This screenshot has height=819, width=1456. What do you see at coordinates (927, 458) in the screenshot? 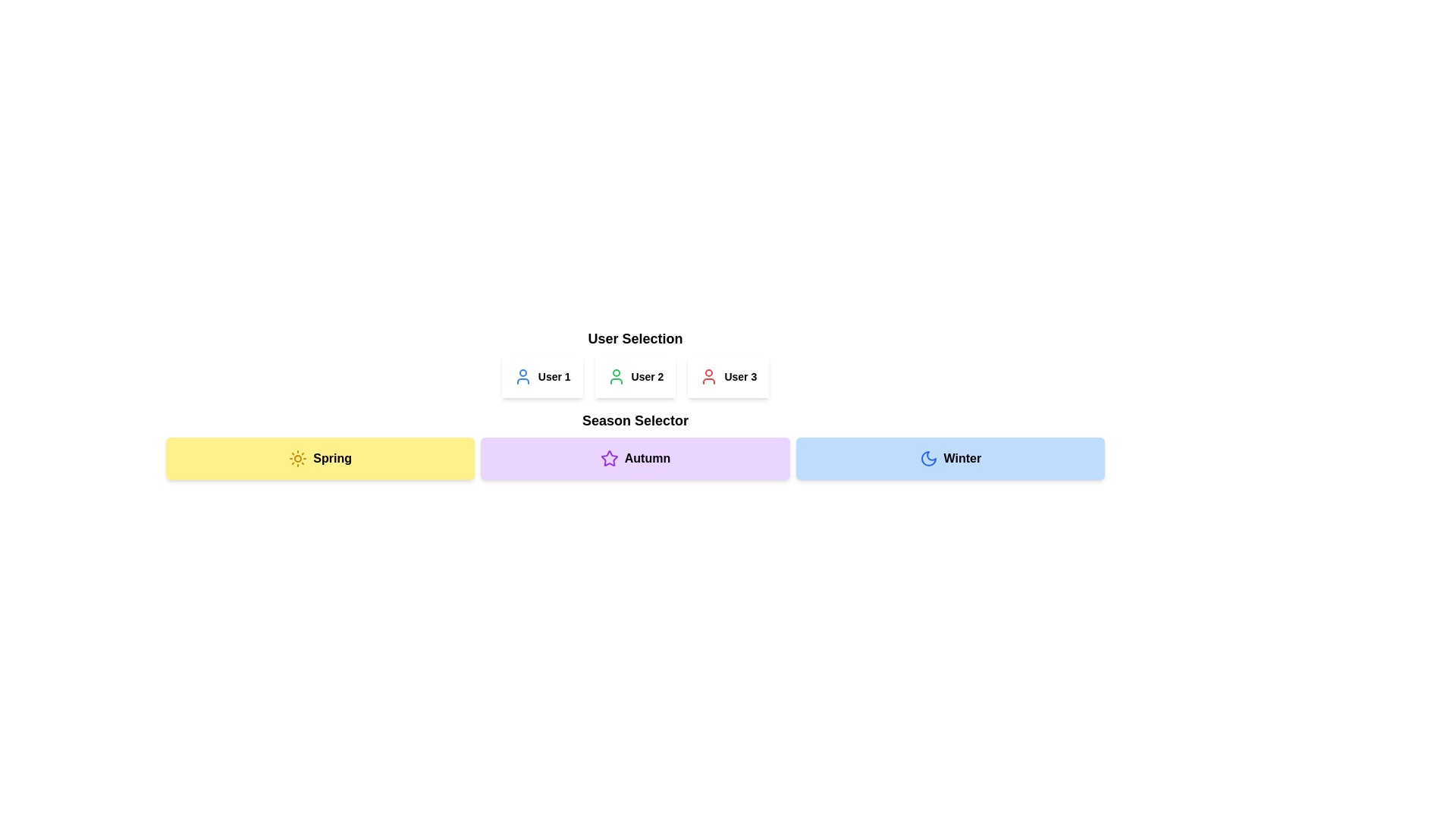
I see `the 'Winter' button which contains the crescent moon icon representing the 'Winter' season` at bounding box center [927, 458].